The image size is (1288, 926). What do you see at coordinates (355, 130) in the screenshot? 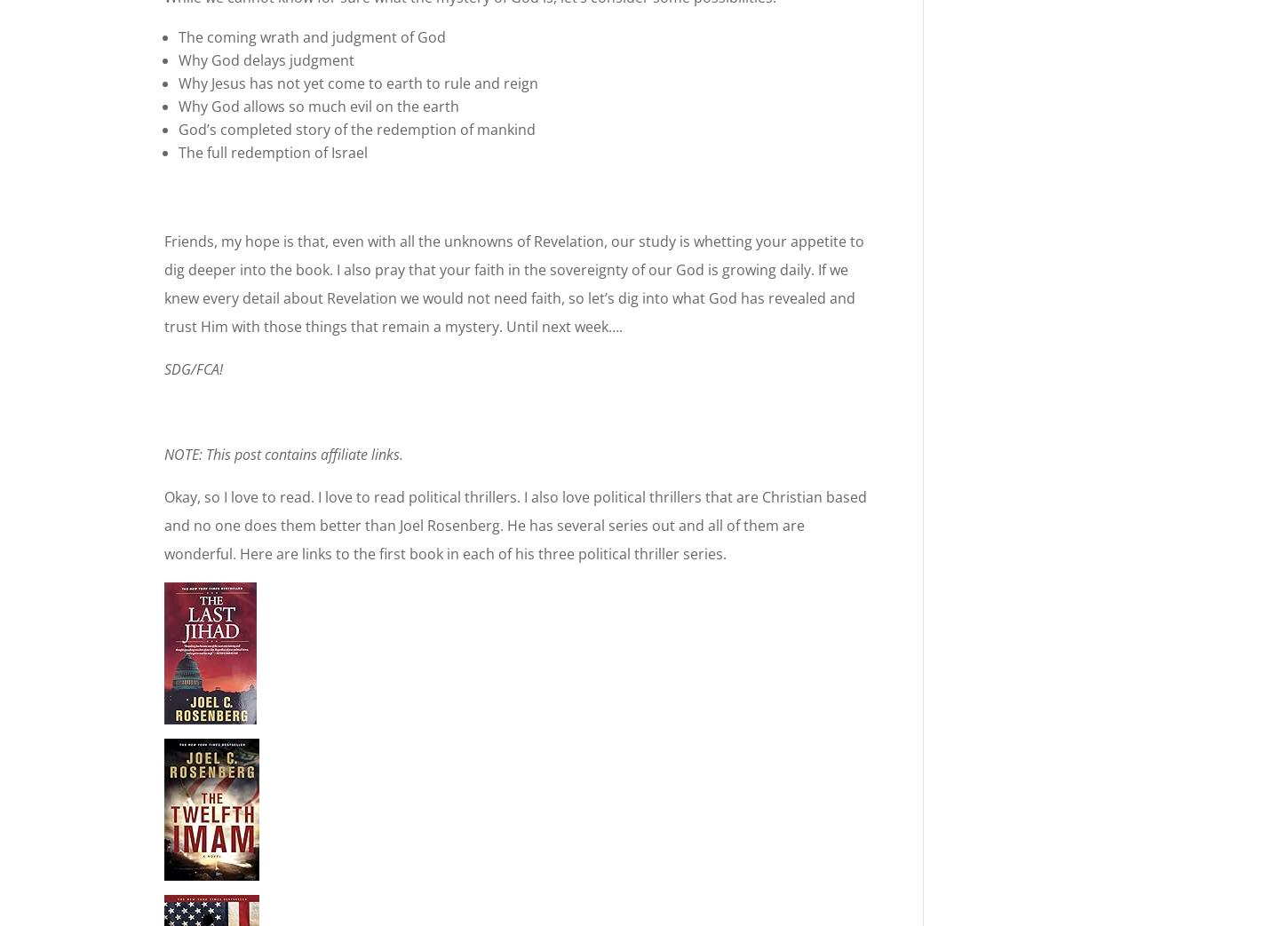
I see `'God’s completed story of the redemption of mankind'` at bounding box center [355, 130].